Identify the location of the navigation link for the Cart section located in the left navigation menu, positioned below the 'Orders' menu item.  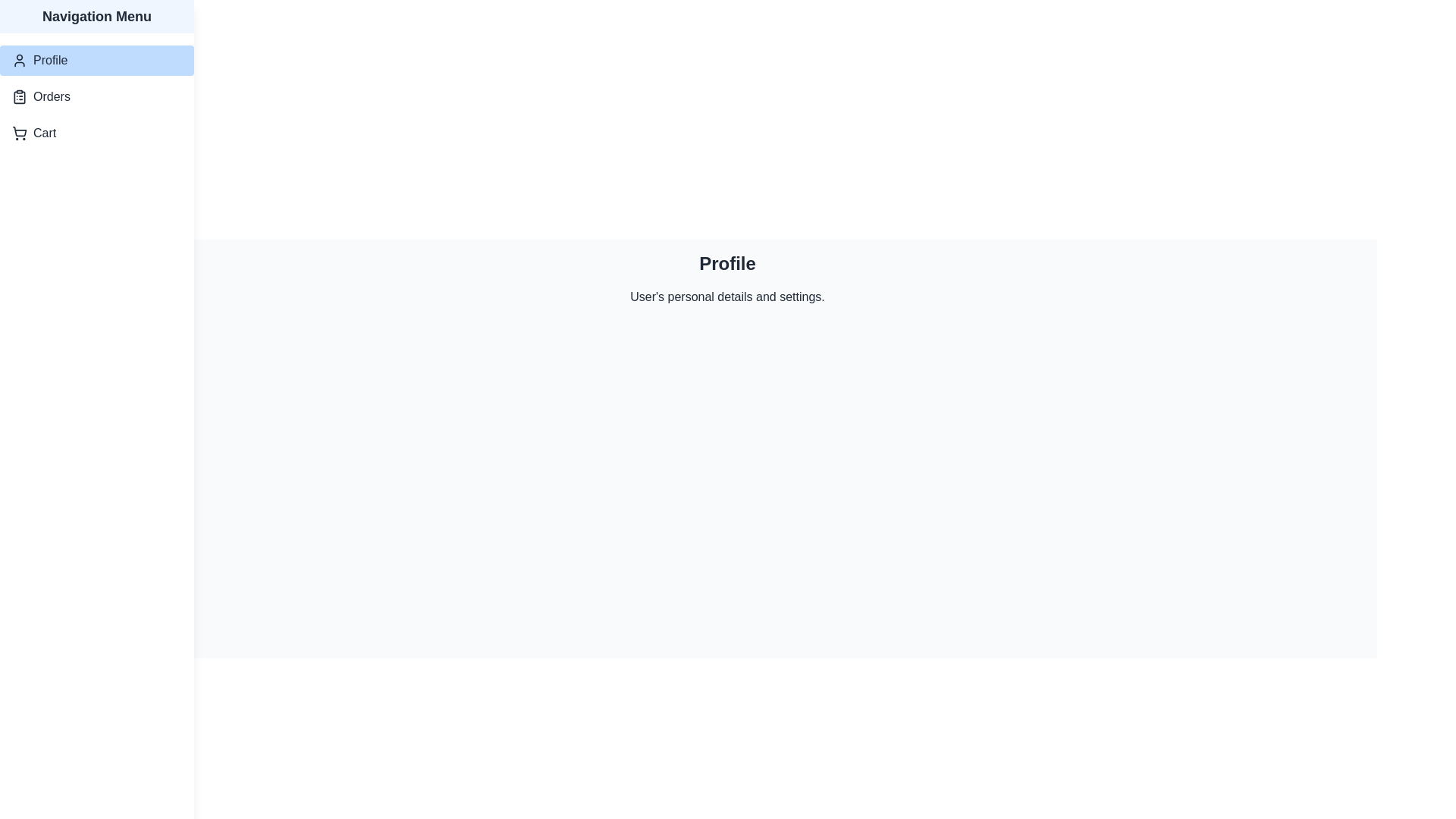
(96, 133).